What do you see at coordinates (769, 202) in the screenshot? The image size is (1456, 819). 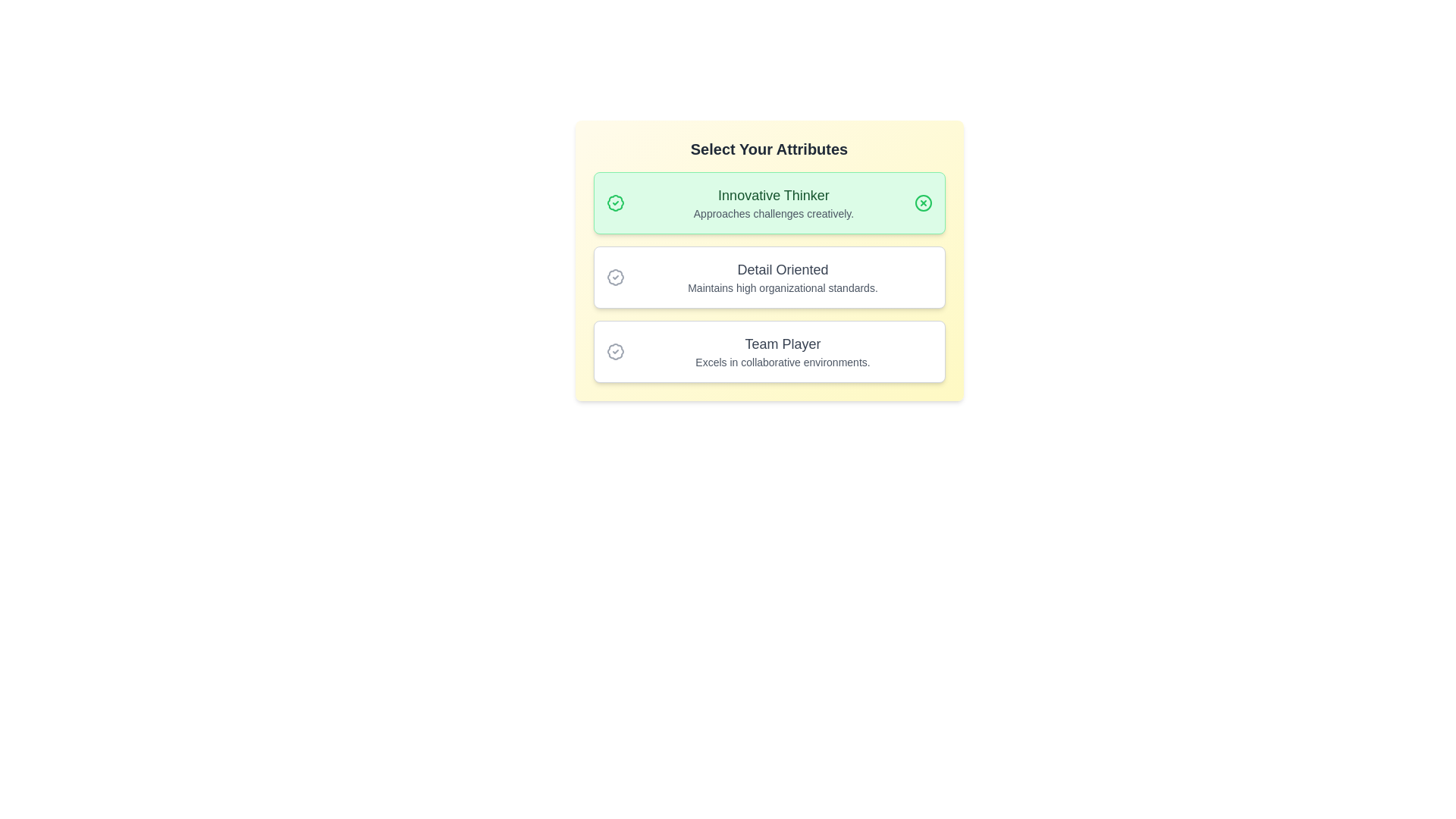 I see `the badge Innovative Thinker` at bounding box center [769, 202].